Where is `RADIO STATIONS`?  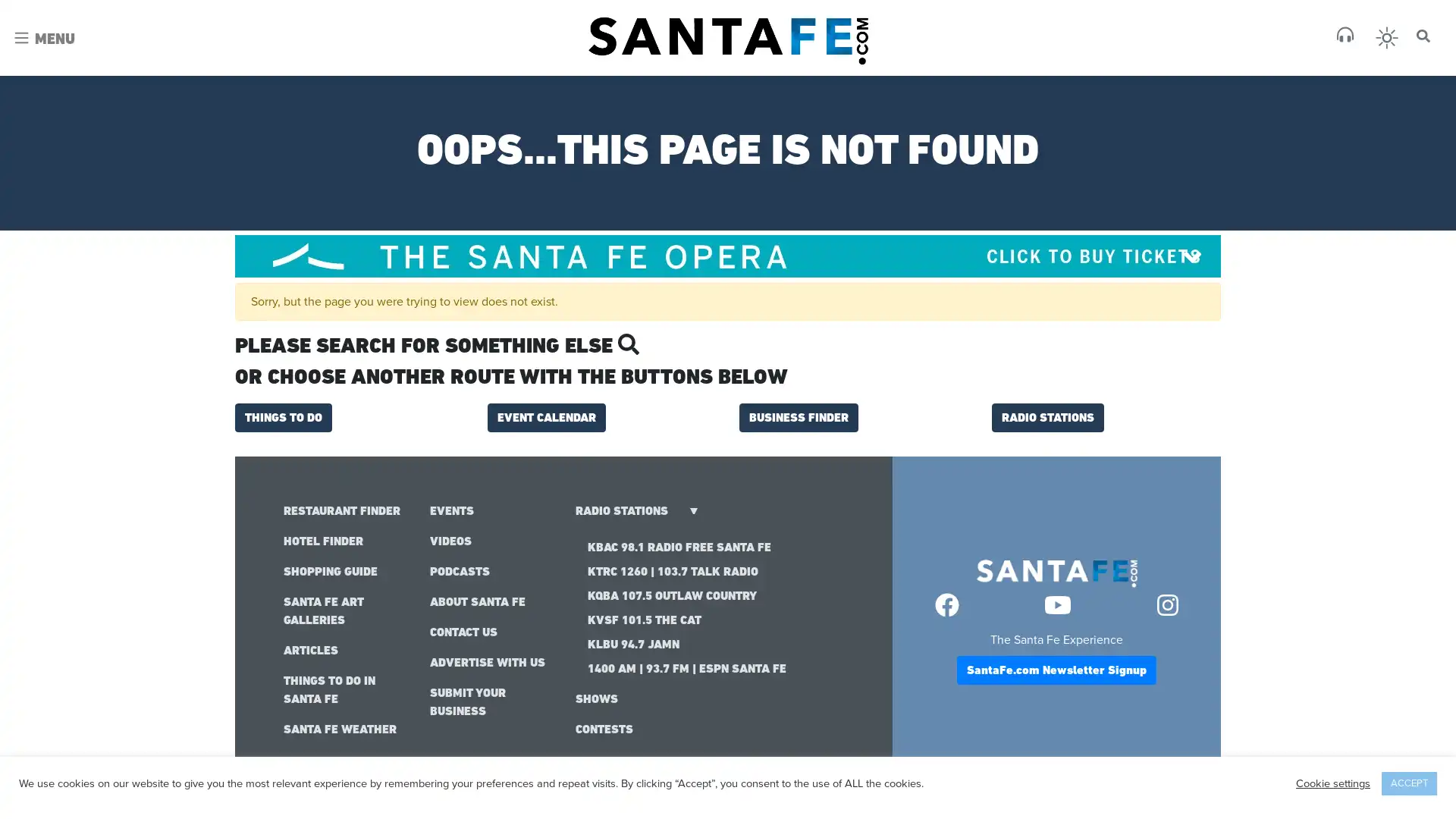 RADIO STATIONS is located at coordinates (1046, 417).